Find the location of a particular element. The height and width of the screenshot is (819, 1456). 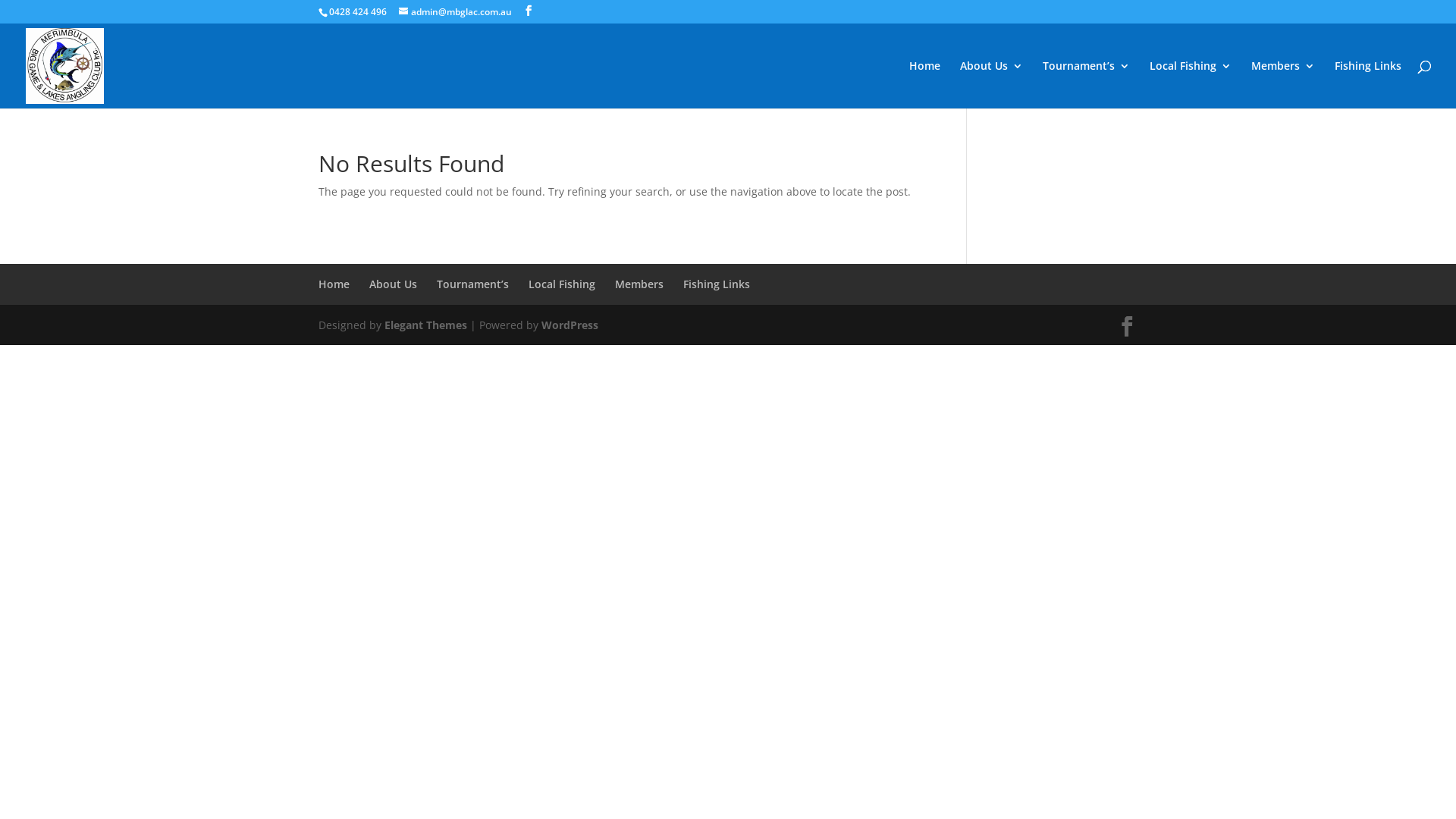

'WordPress' is located at coordinates (569, 324).